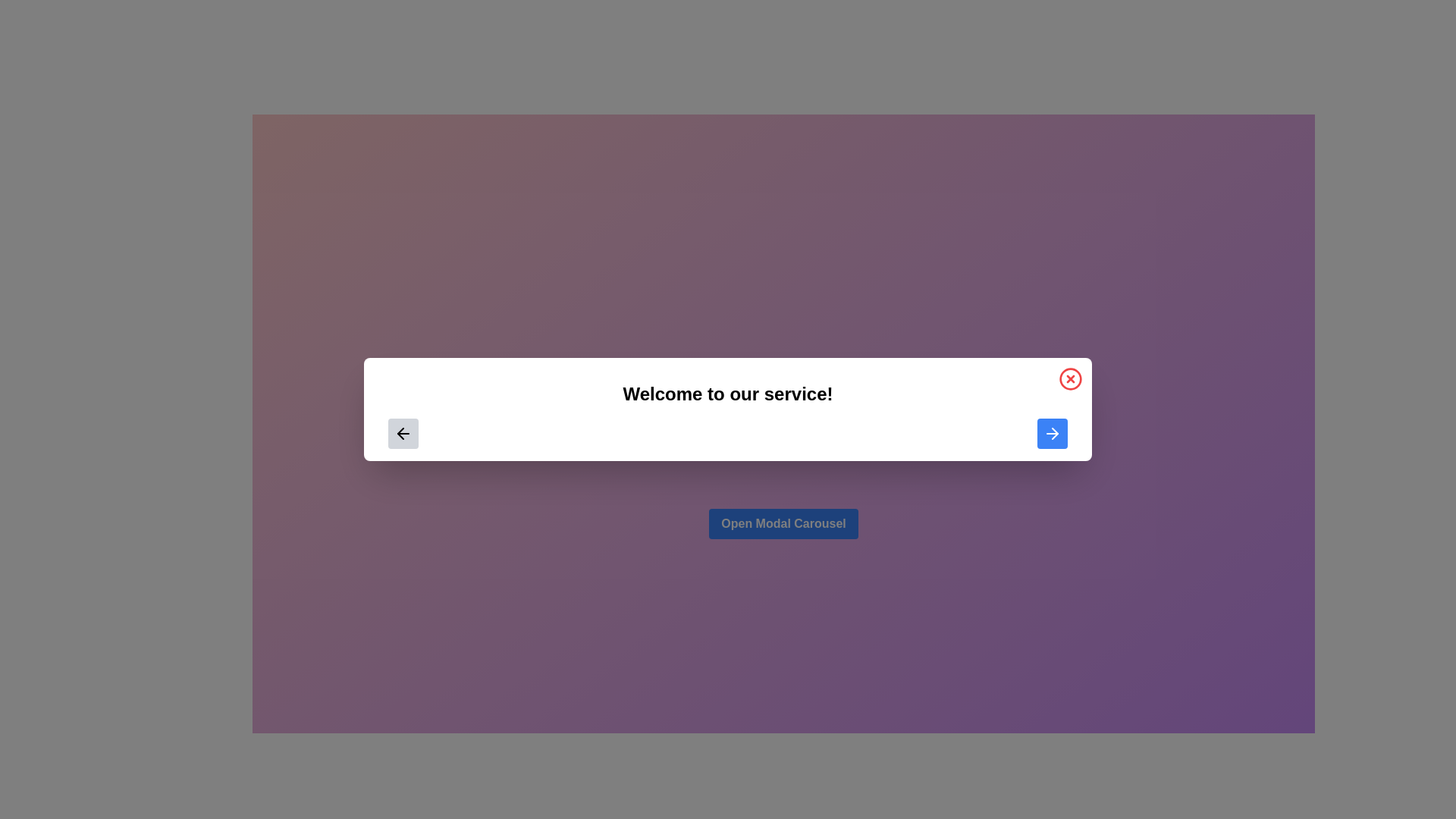 This screenshot has height=819, width=1456. Describe the element at coordinates (1051, 433) in the screenshot. I see `the navigation button located within the modal dialog box, positioned on the right side at the bottom` at that location.